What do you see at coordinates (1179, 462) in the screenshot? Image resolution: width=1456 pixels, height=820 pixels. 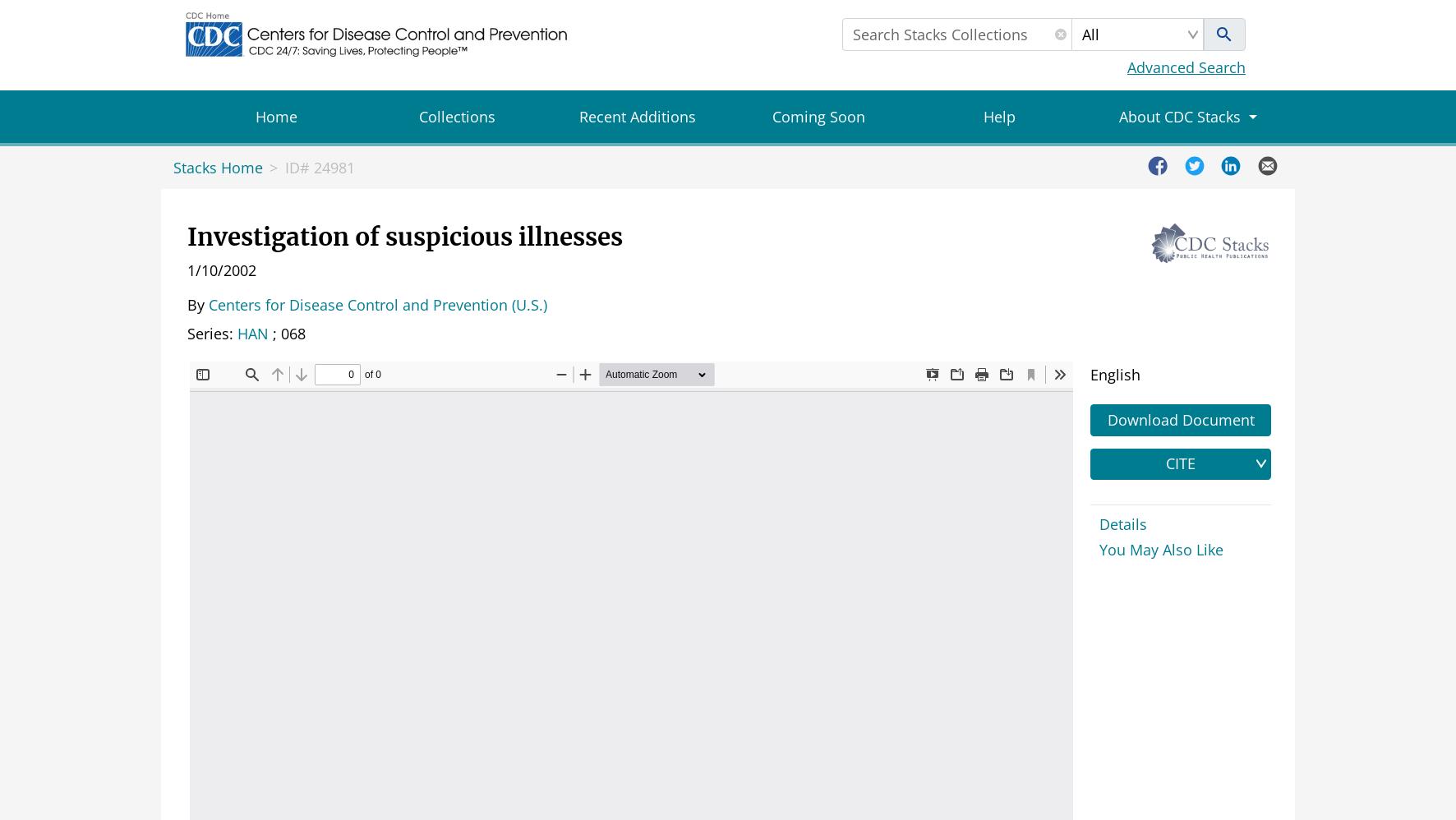 I see `'CITE'` at bounding box center [1179, 462].